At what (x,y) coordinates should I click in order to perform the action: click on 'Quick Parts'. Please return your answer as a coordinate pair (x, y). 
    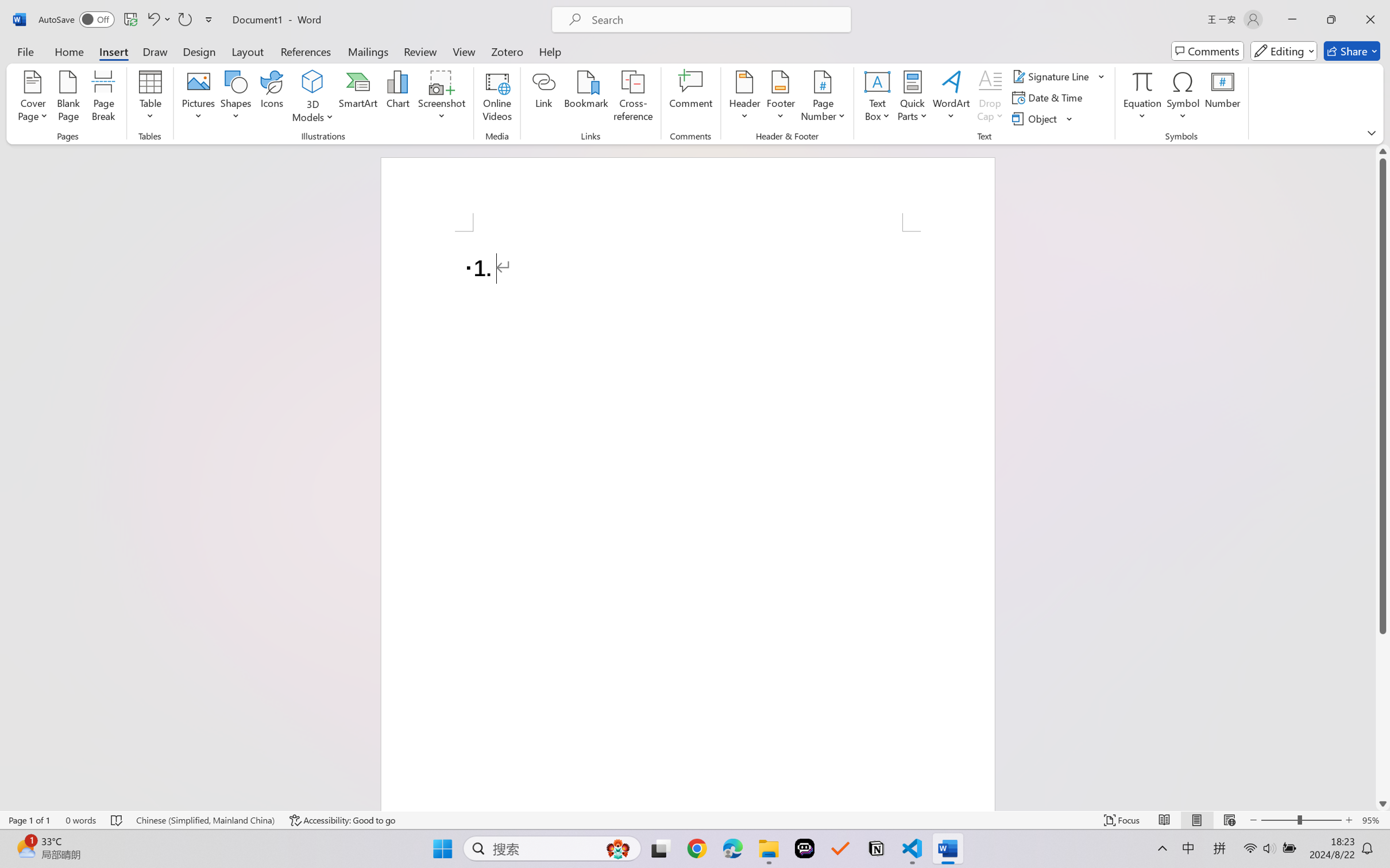
    Looking at the image, I should click on (913, 98).